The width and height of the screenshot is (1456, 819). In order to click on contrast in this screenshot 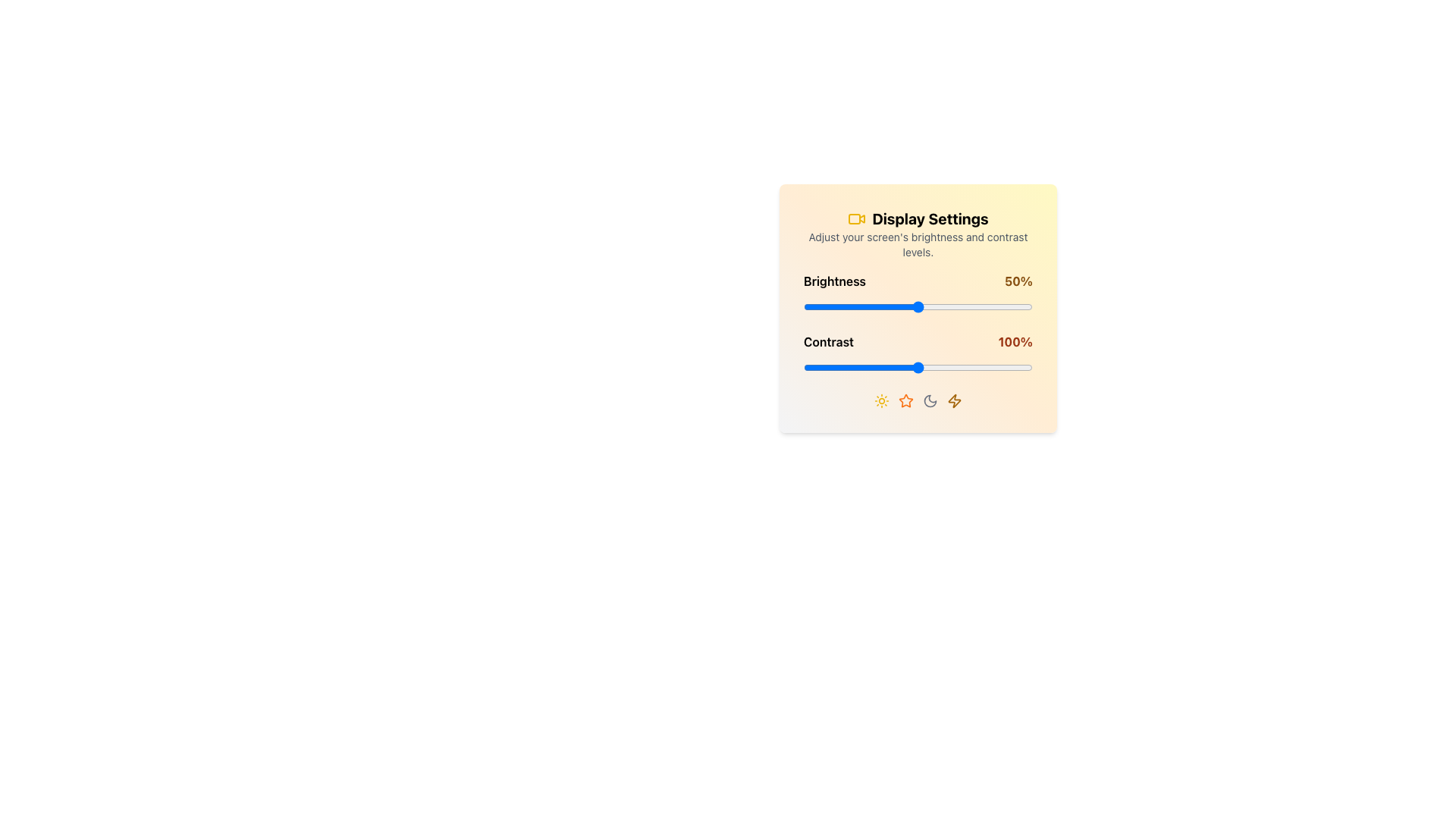, I will do `click(947, 368)`.